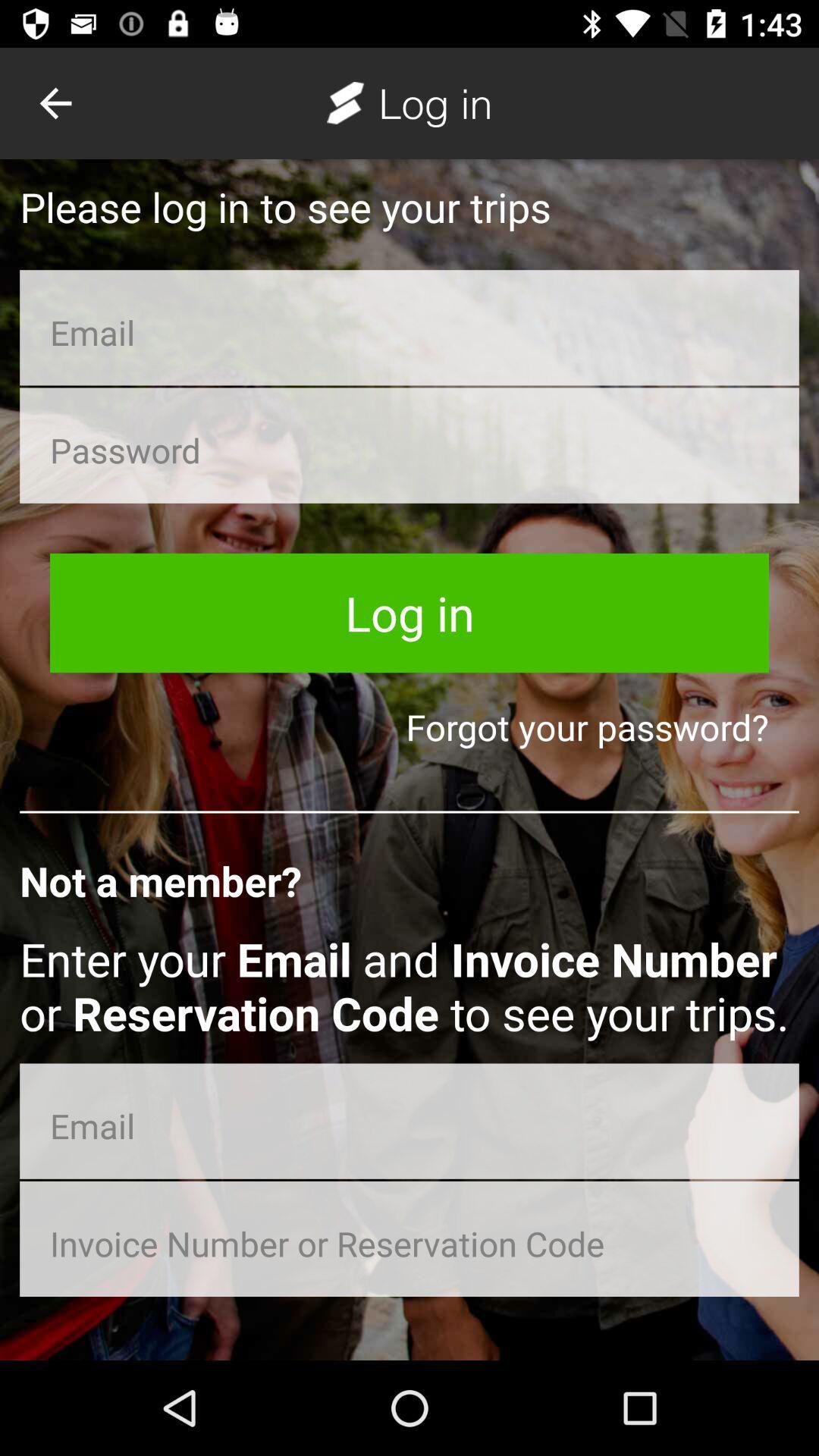  I want to click on email, so click(409, 1121).